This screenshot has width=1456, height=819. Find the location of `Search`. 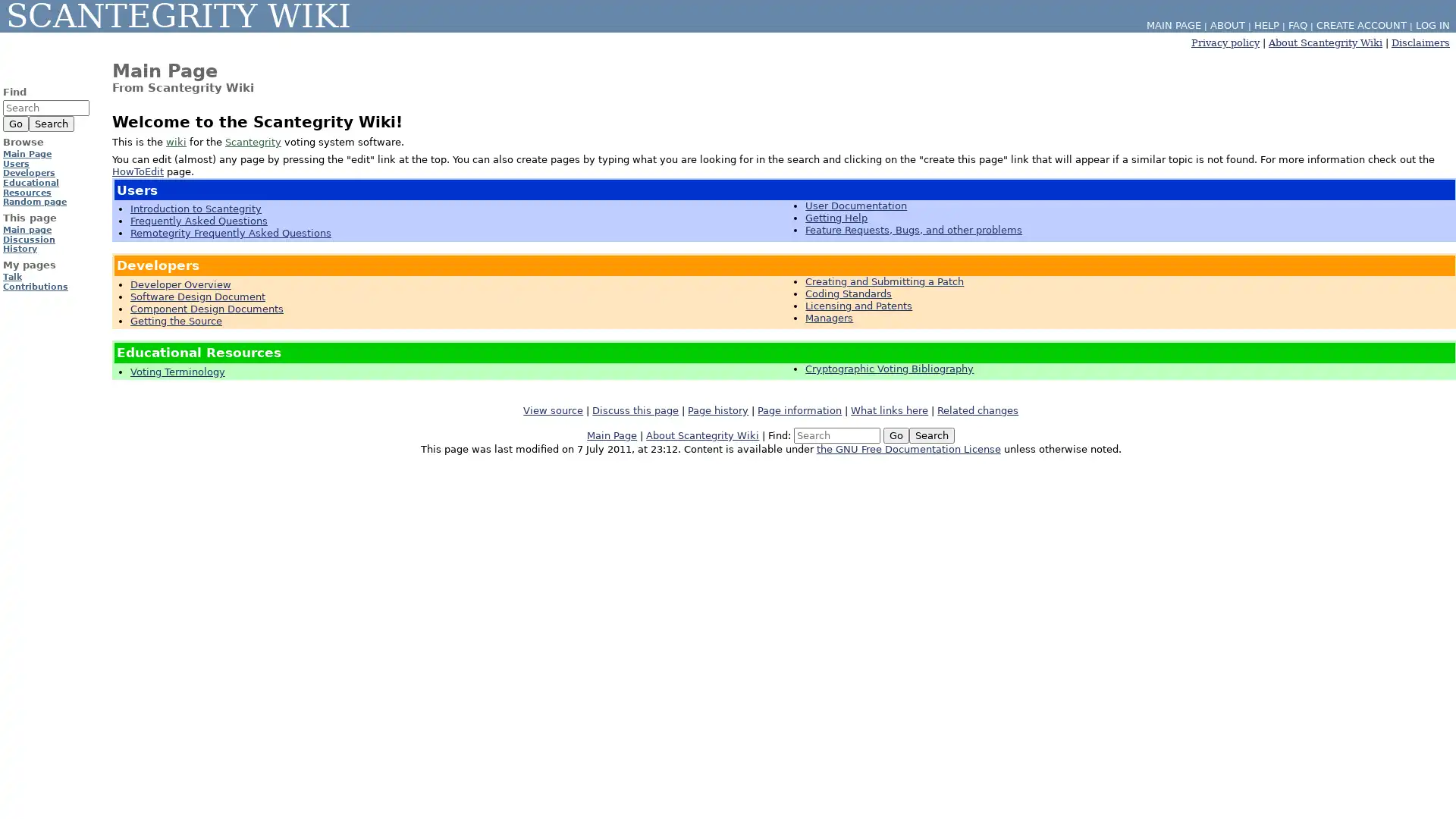

Search is located at coordinates (930, 435).